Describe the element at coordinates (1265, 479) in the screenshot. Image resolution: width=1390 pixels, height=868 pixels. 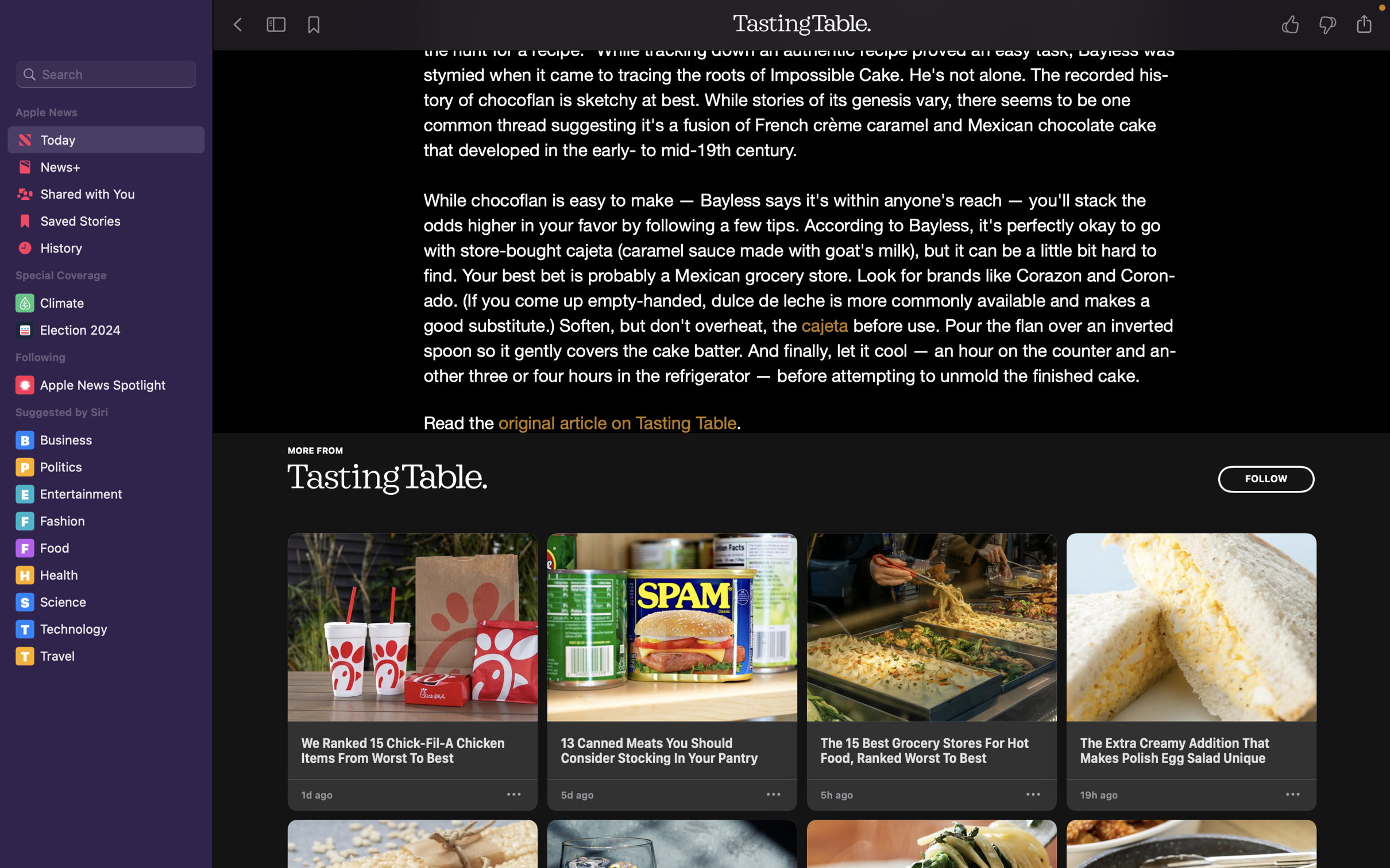
I see `the follow button for Tasting Table` at that location.